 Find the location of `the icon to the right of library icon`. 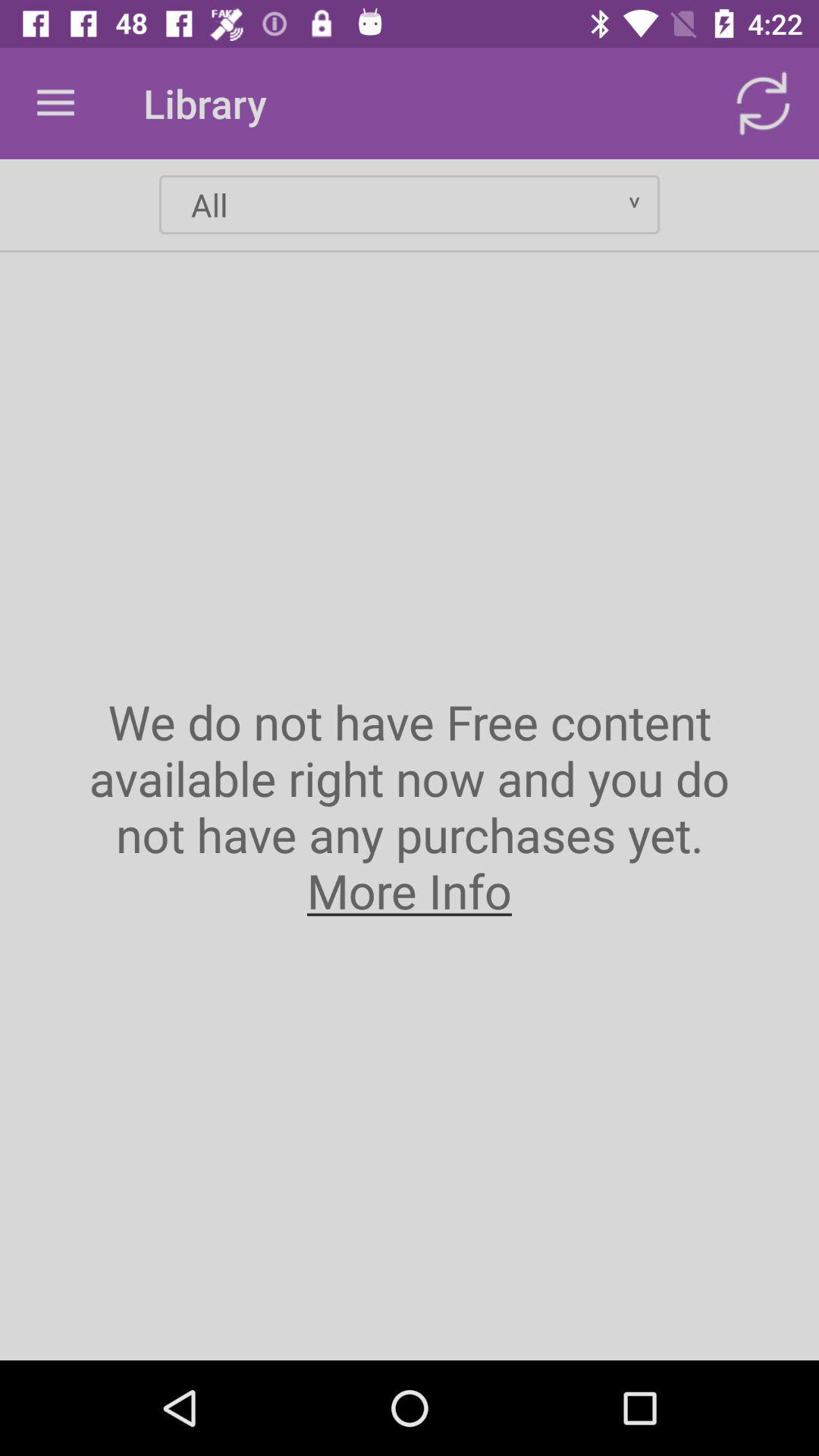

the icon to the right of library icon is located at coordinates (763, 102).